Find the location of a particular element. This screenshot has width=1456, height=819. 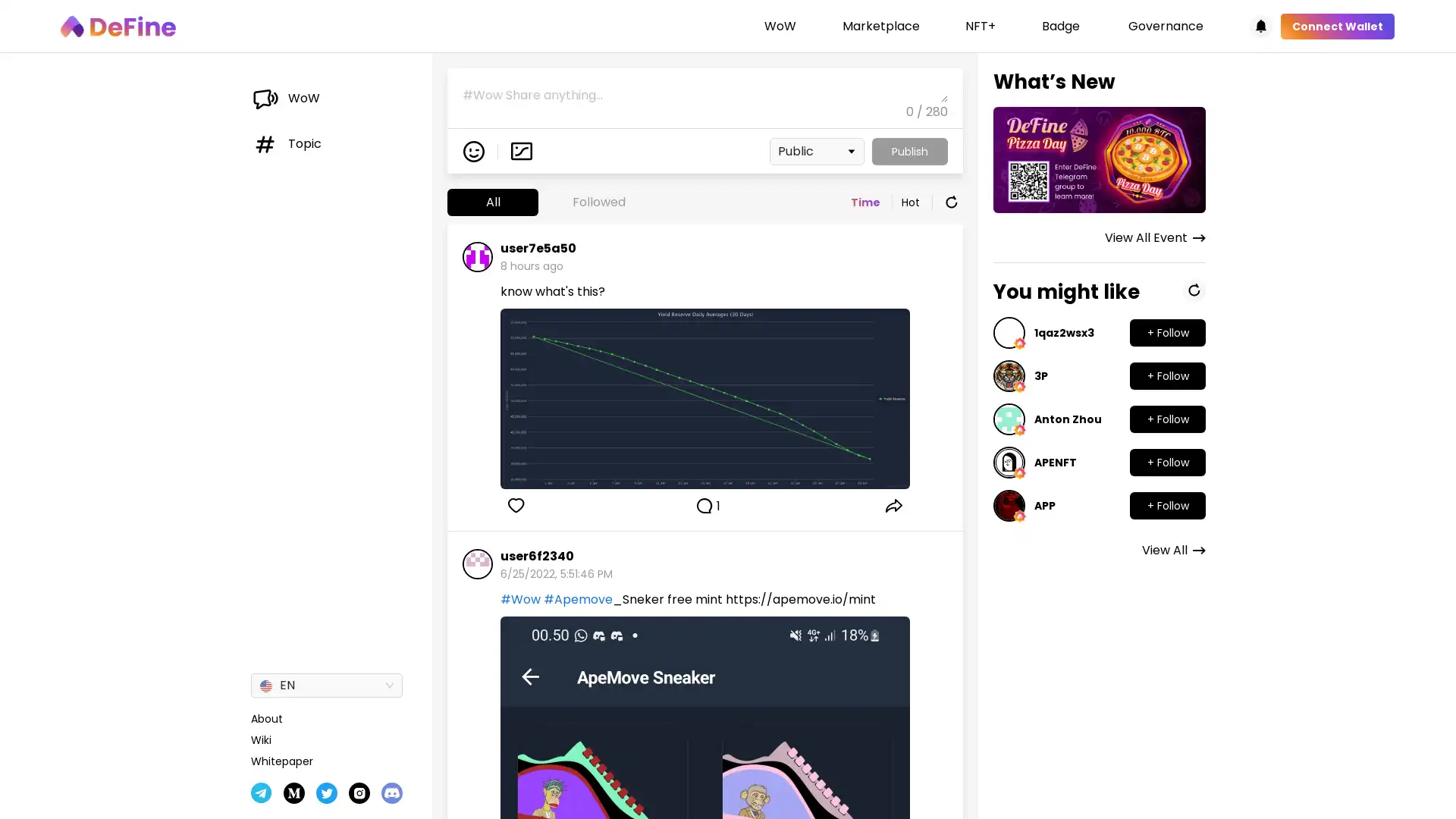

+ Follow is located at coordinates (1167, 332).